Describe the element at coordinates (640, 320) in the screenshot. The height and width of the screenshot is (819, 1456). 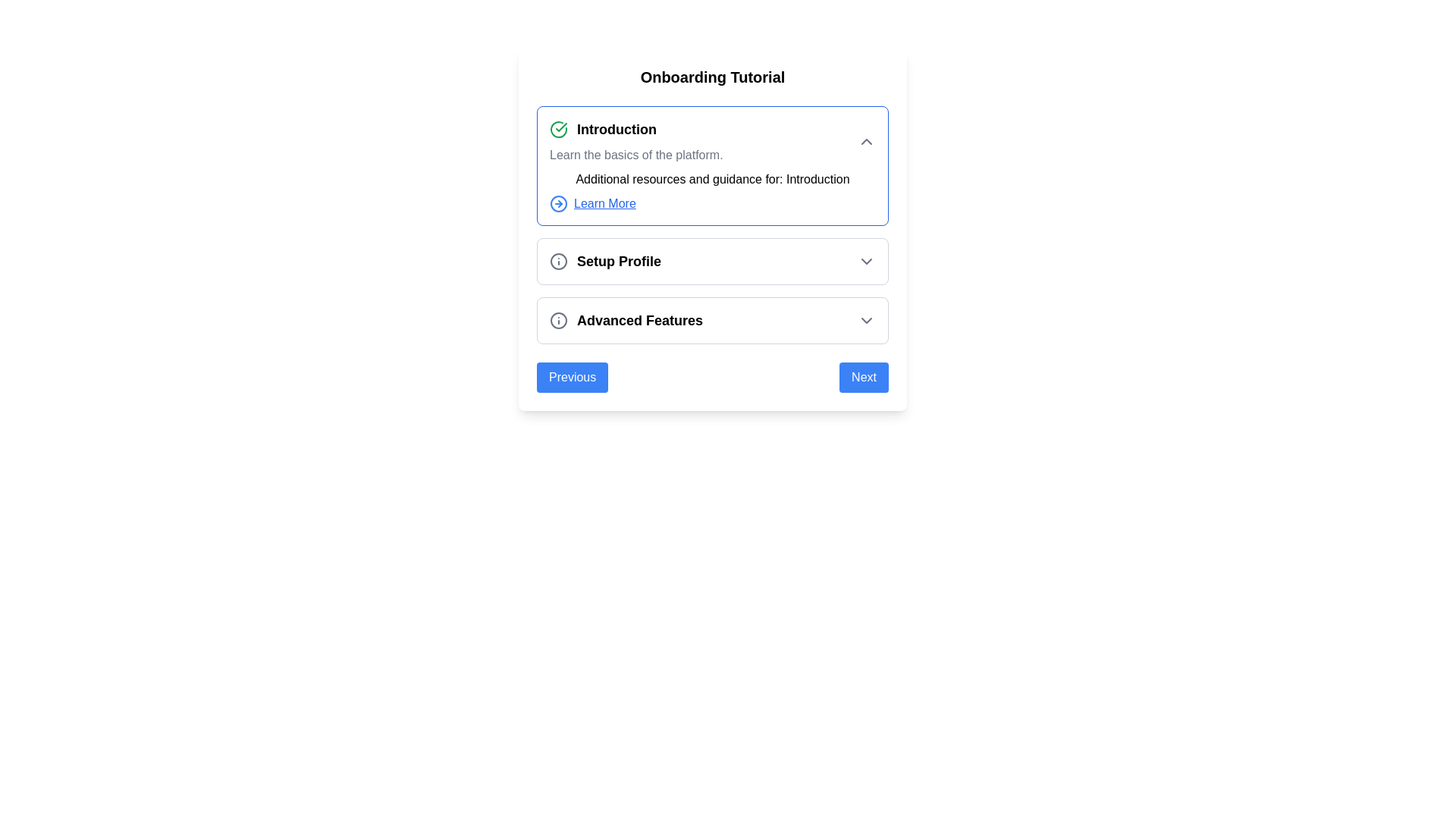
I see `the 'Advanced Features' text label, which serves as a section title and is centrally positioned within the third section of the modal layout, below the 'Setup Profile' section` at that location.